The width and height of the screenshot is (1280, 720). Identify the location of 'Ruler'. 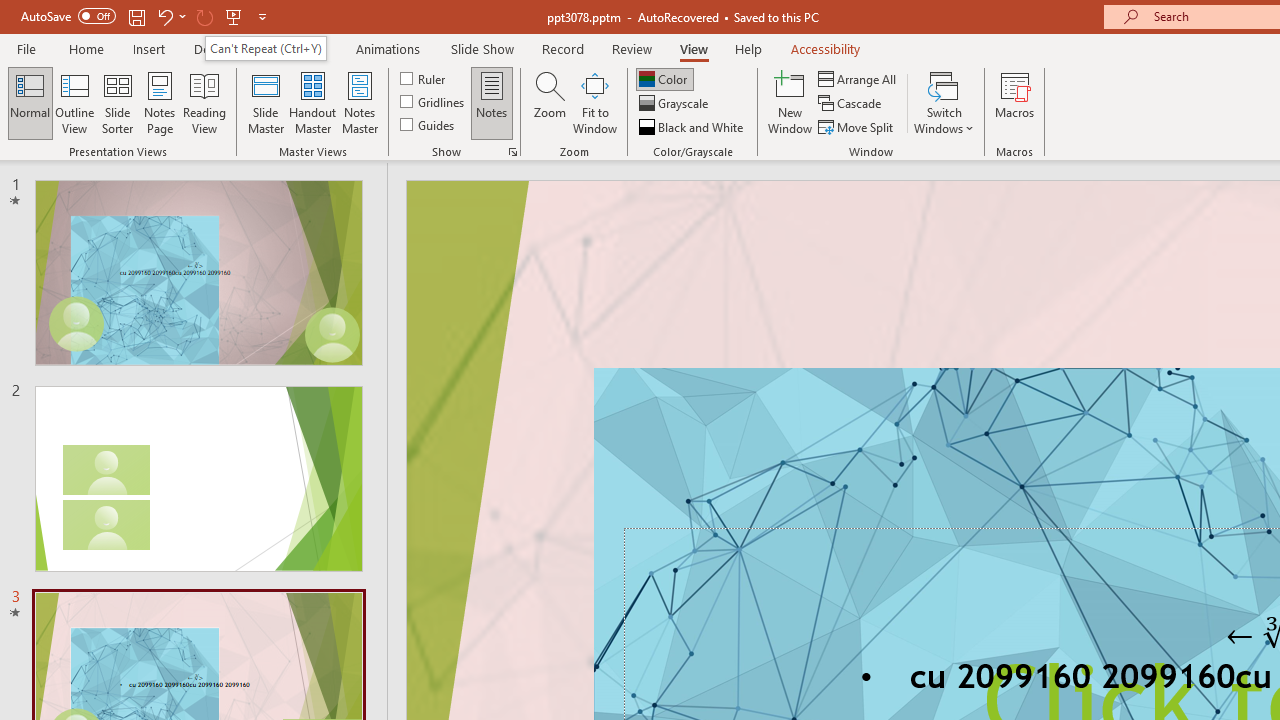
(423, 77).